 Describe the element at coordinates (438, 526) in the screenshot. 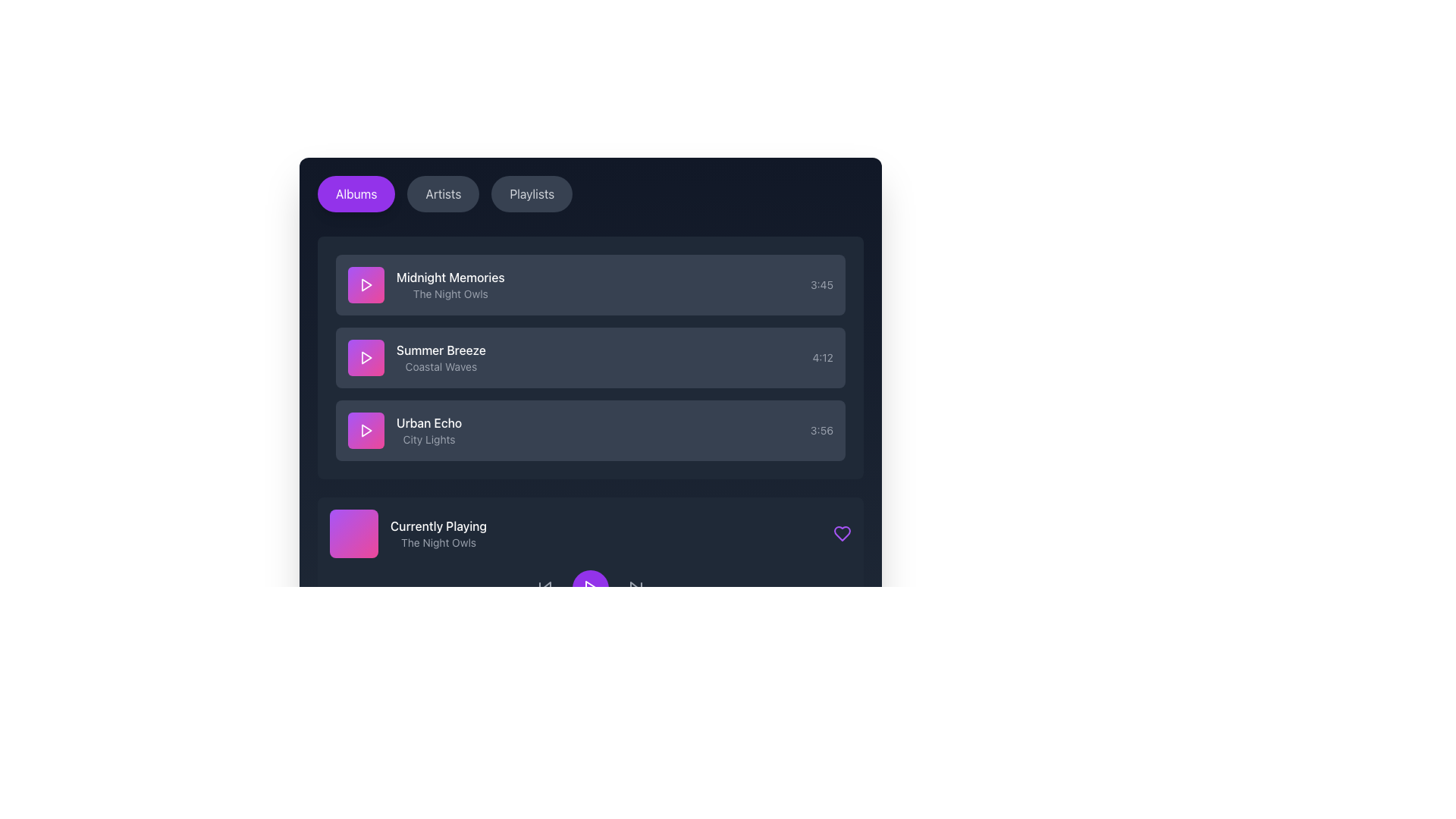

I see `the text label indicating the status or category of the currently playing song, located above the label 'The Night Owls'` at that location.